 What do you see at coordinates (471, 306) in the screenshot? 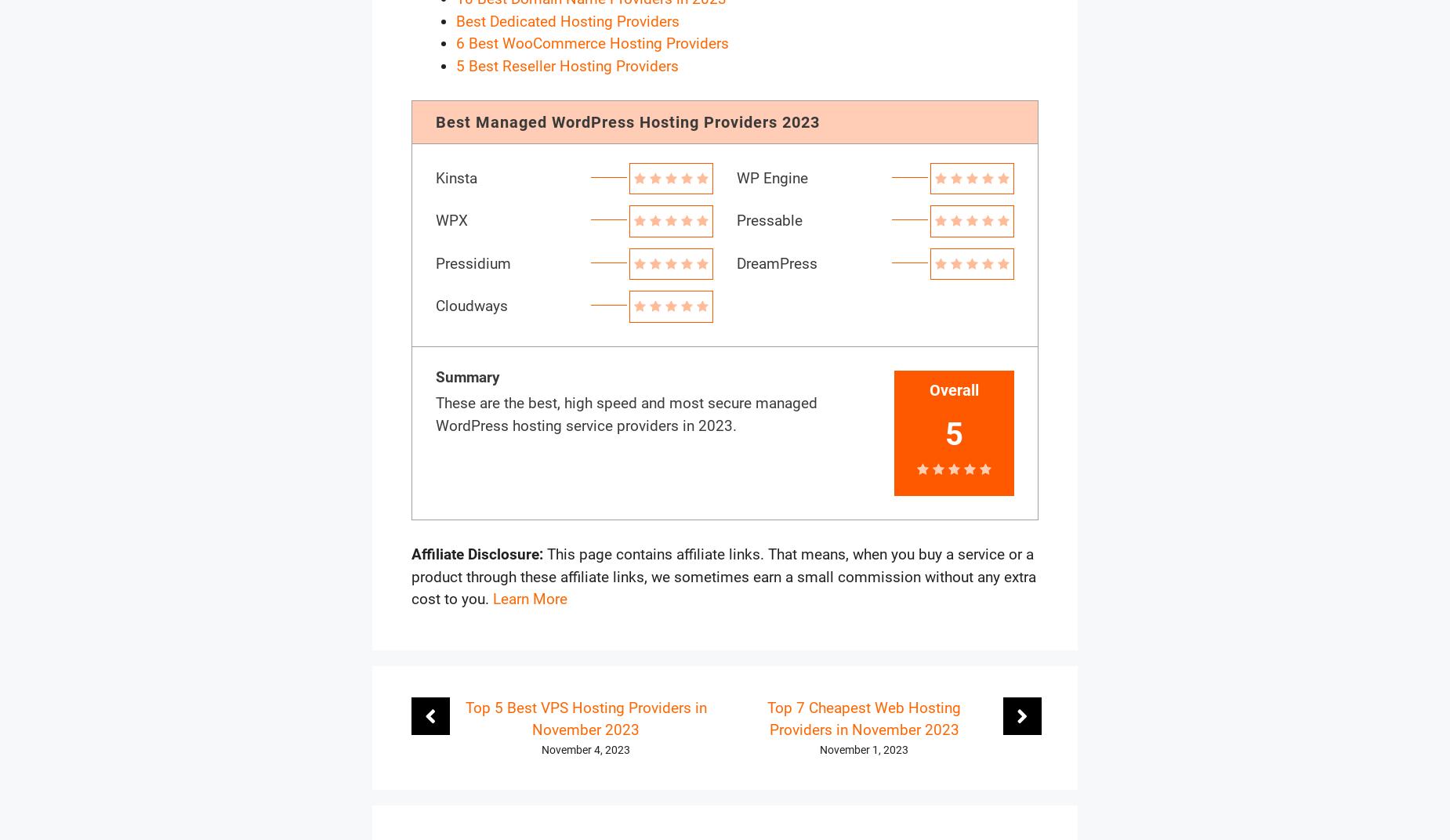
I see `'Cloudways'` at bounding box center [471, 306].